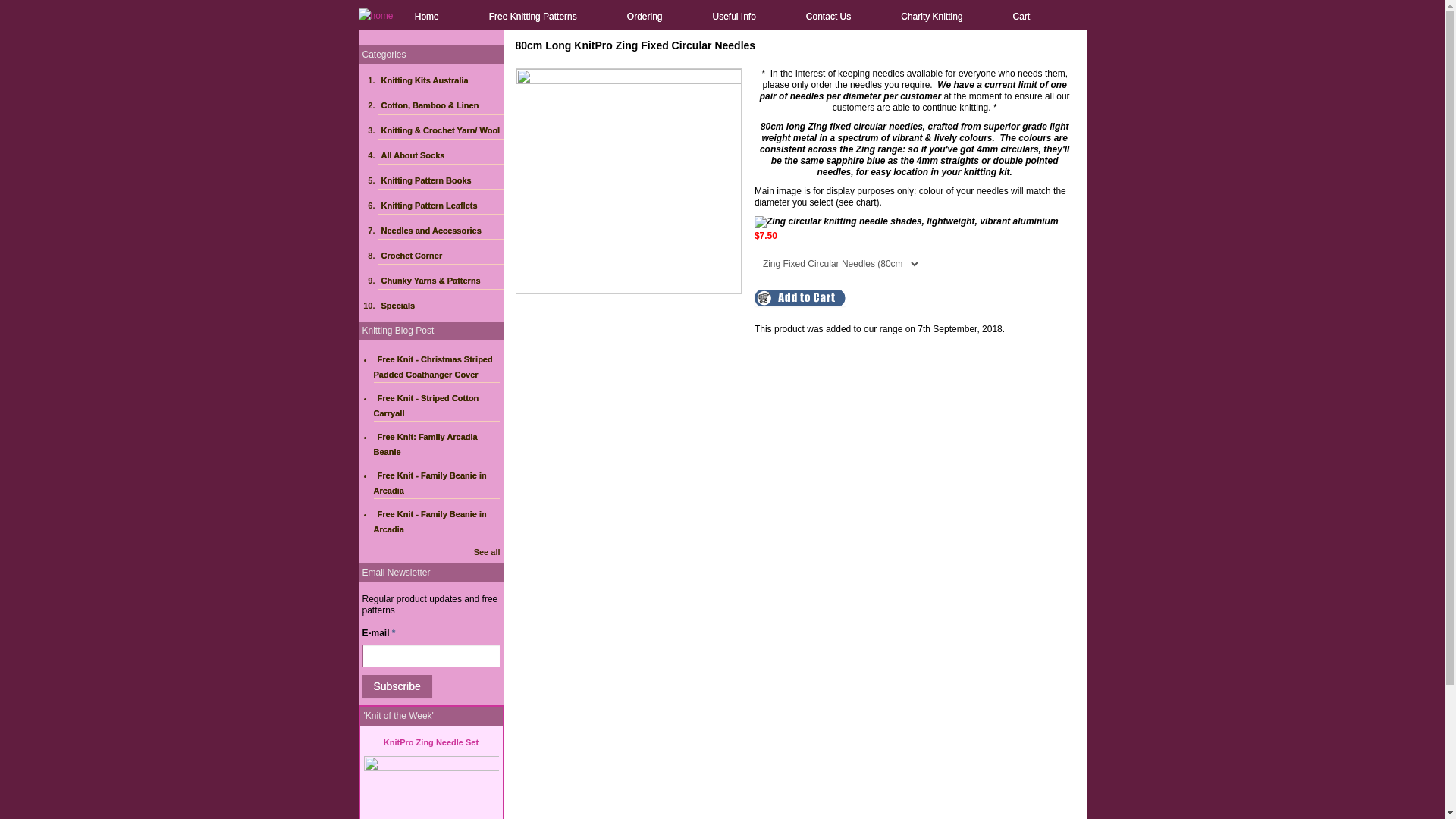 The height and width of the screenshot is (819, 1456). I want to click on 'Free Knit - Christmas Striped Padded Coathanger Cover', so click(431, 366).